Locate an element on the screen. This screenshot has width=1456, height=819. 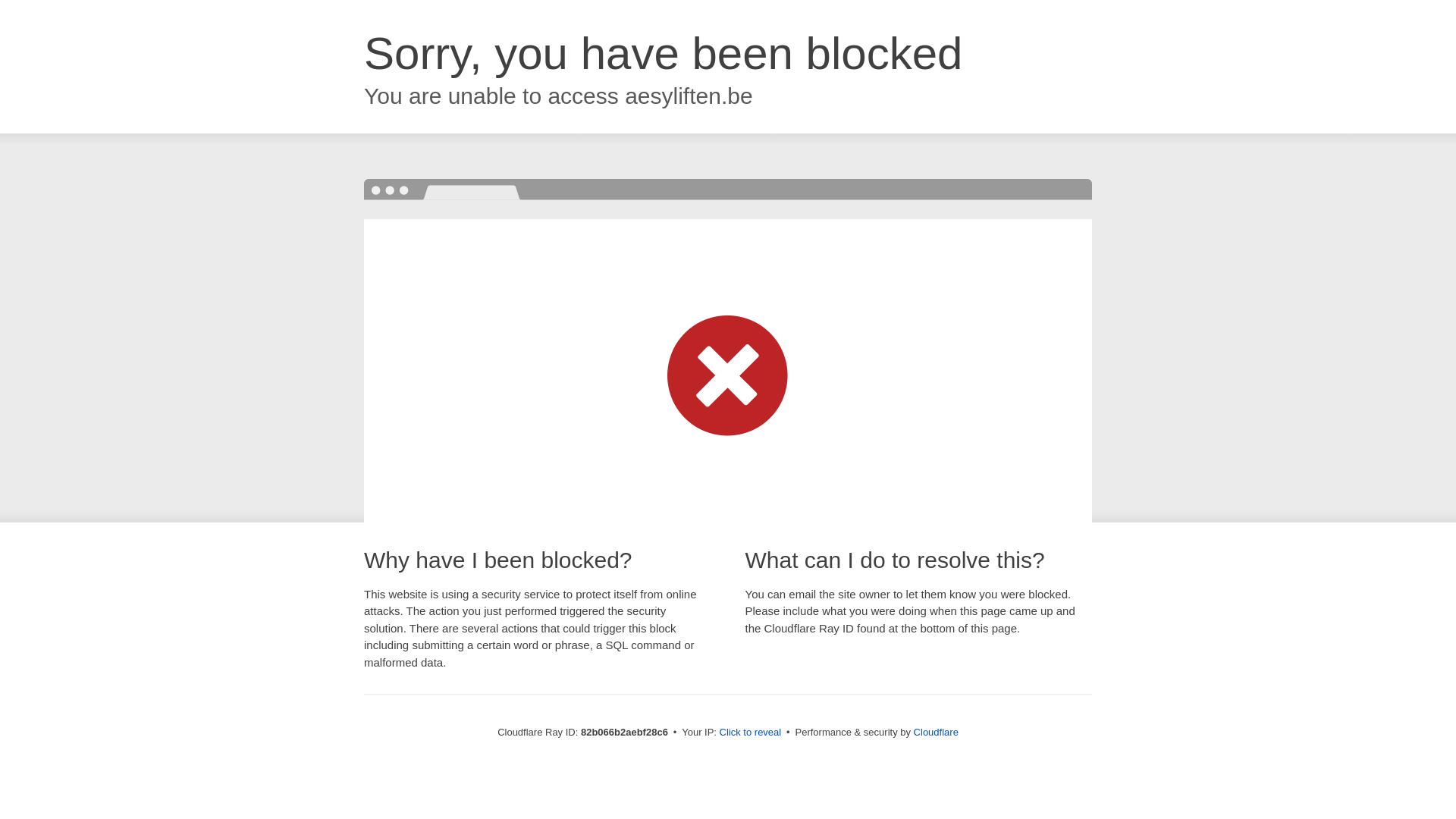
'Click to reveal' is located at coordinates (719, 731).